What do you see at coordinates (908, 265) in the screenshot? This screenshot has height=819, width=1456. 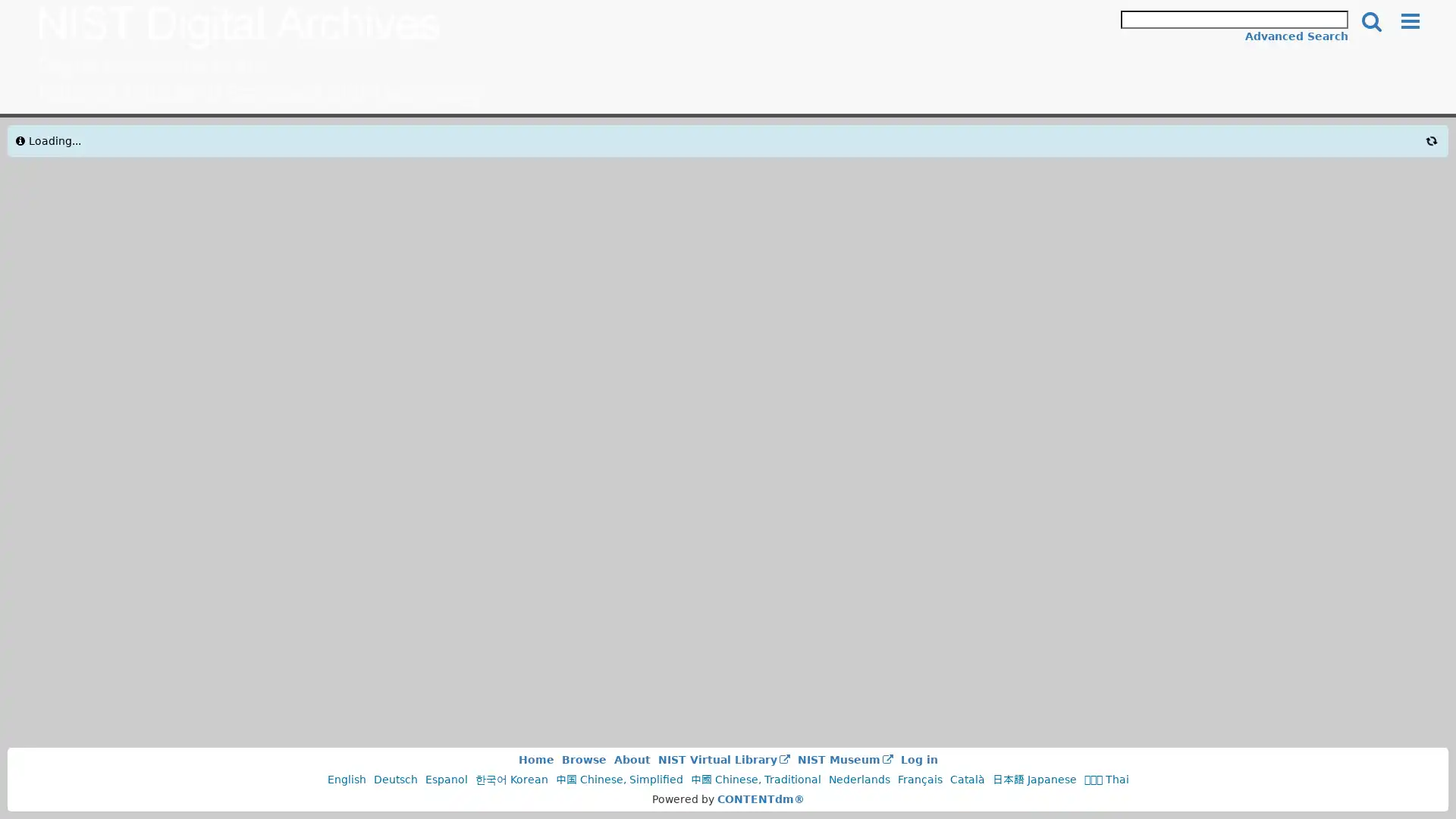 I see `Page 4` at bounding box center [908, 265].